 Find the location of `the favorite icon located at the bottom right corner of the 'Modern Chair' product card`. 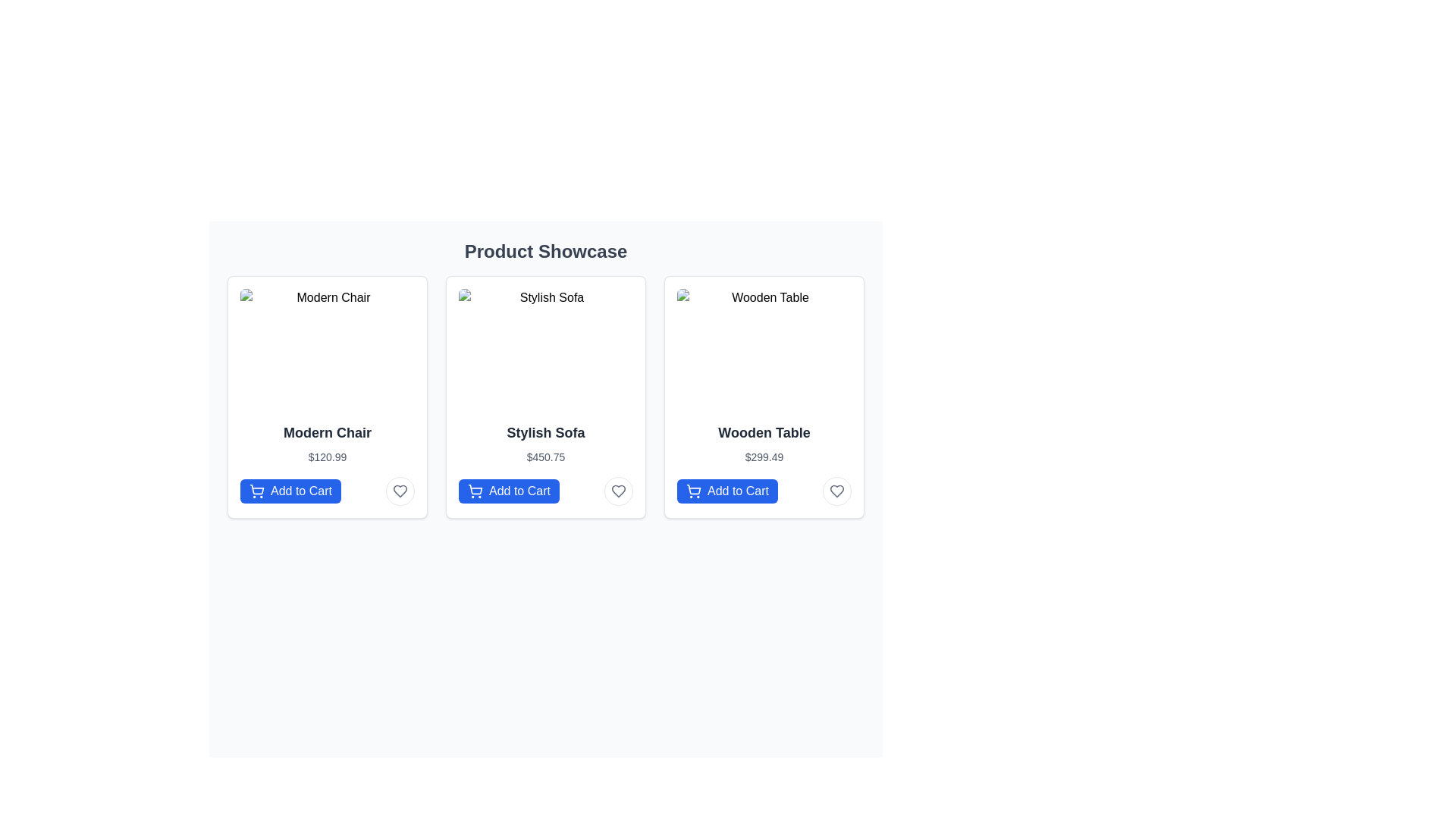

the favorite icon located at the bottom right corner of the 'Modern Chair' product card is located at coordinates (400, 491).